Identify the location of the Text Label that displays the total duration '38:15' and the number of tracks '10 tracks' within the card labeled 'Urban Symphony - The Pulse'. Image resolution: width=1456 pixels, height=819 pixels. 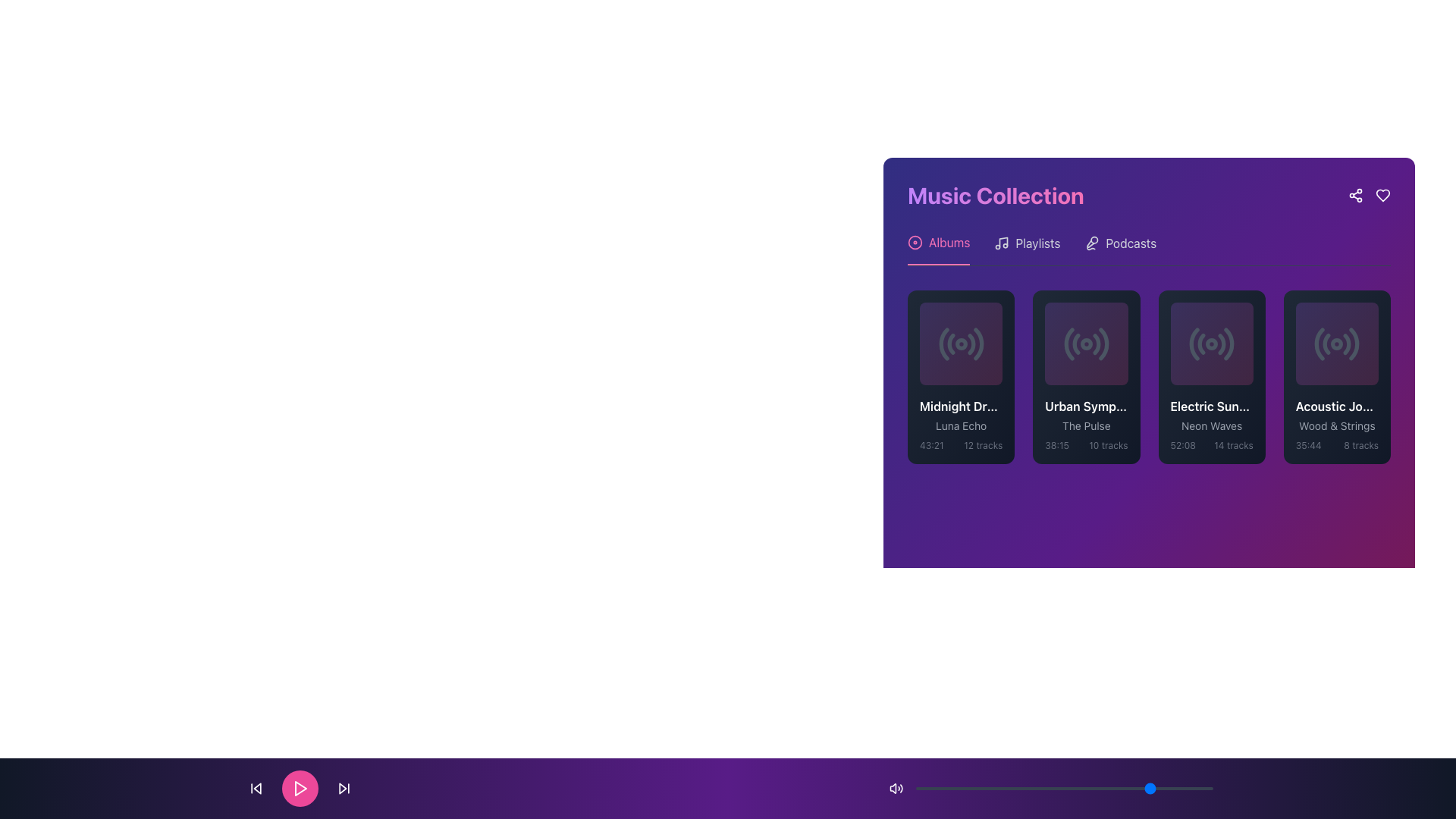
(1085, 445).